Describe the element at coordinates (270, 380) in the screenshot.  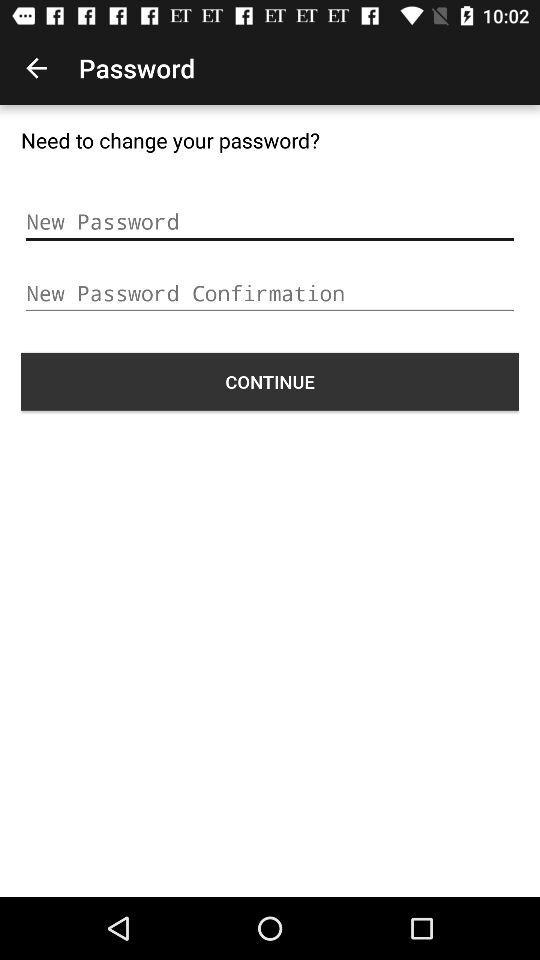
I see `continue icon` at that location.